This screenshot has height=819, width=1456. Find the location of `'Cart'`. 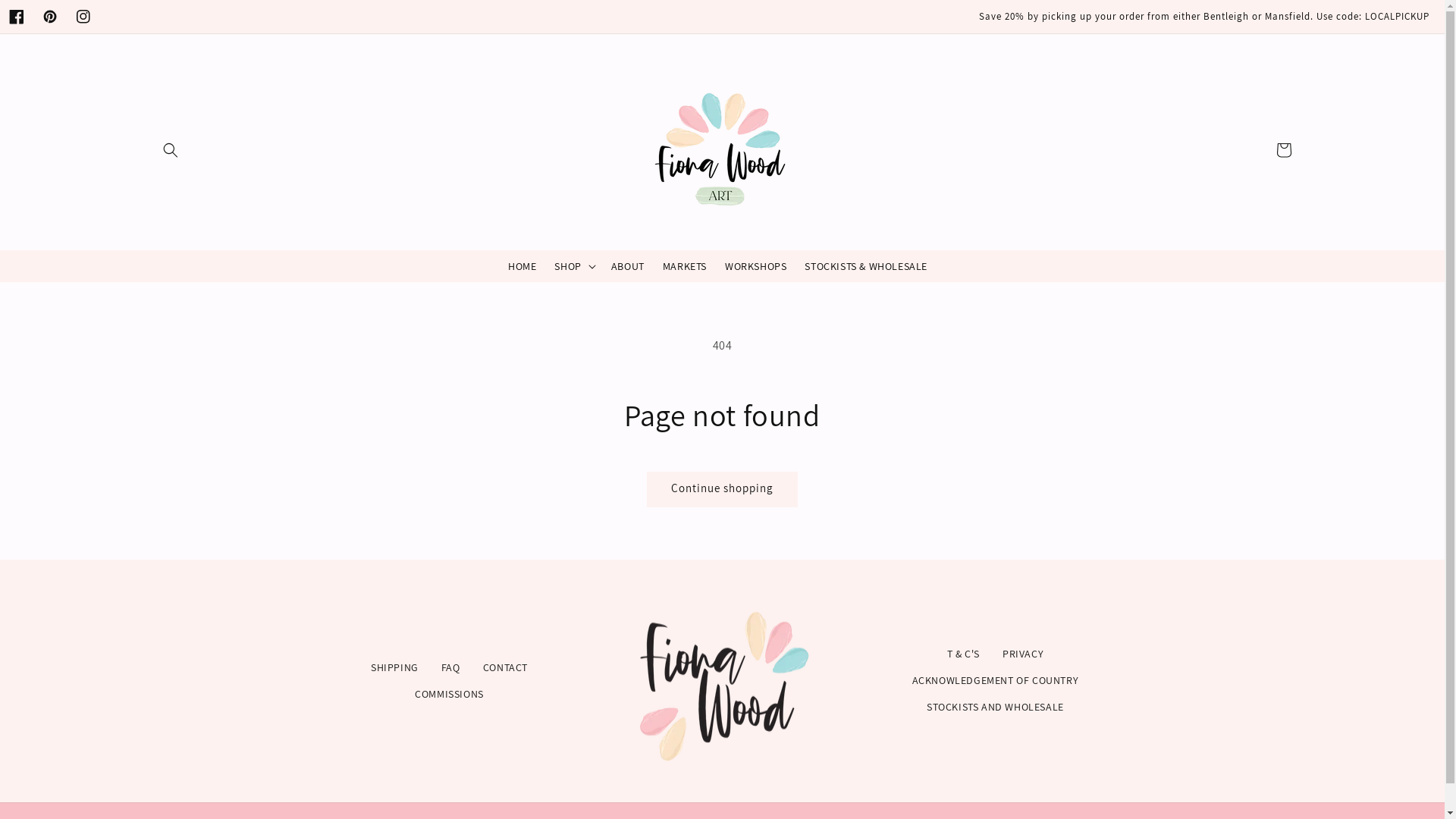

'Cart' is located at coordinates (1266, 149).